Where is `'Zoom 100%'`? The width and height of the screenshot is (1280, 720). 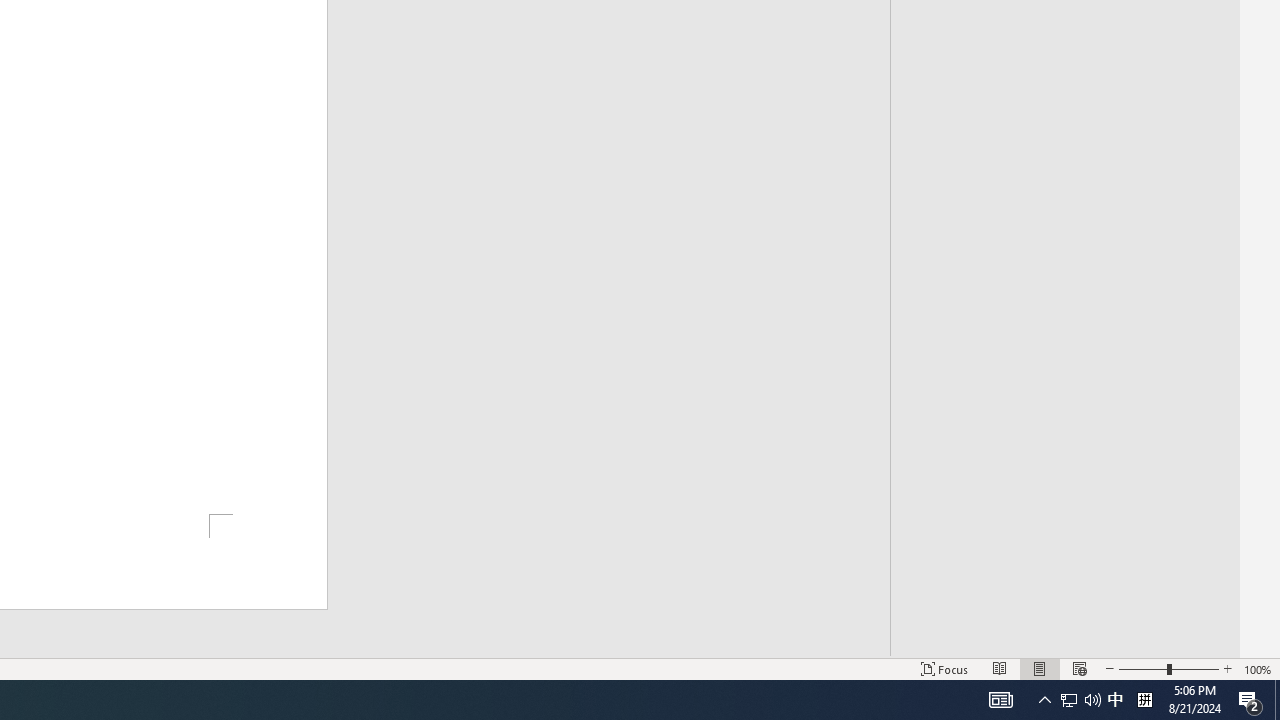
'Zoom 100%' is located at coordinates (1257, 669).